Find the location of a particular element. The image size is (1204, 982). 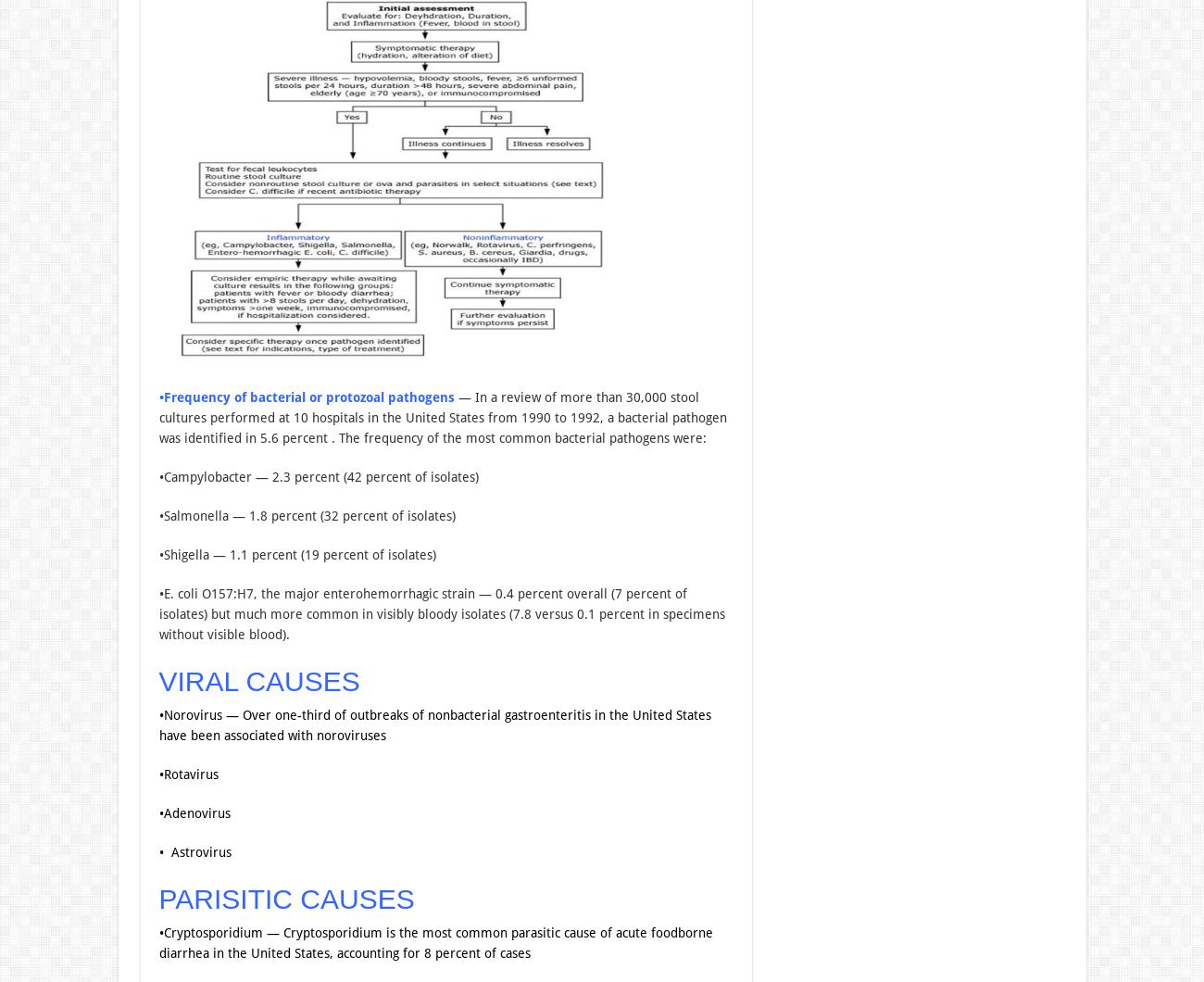

'•Frequency of bacterial or protozoal pathogens' is located at coordinates (157, 396).